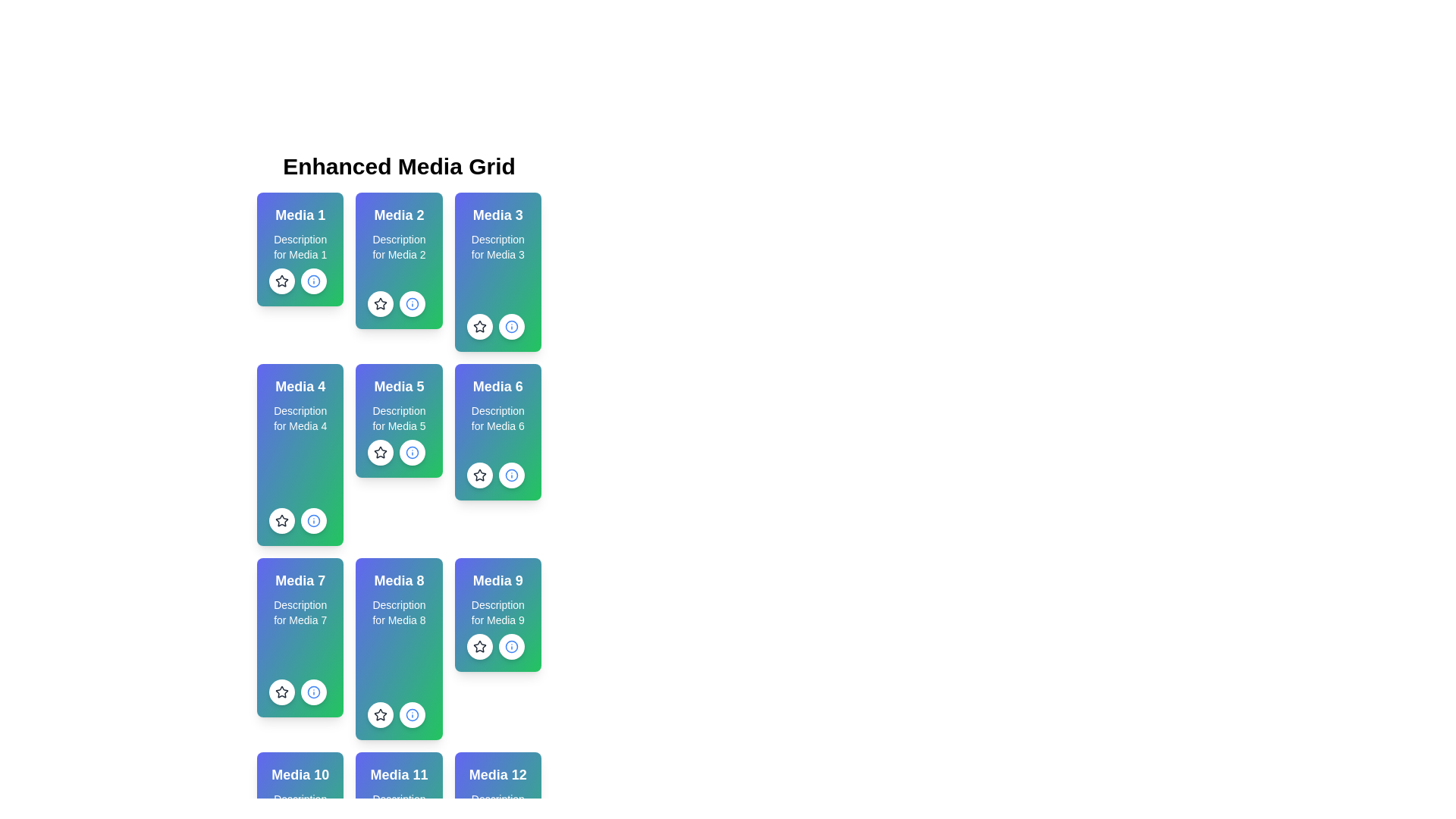 Image resolution: width=1456 pixels, height=819 pixels. What do you see at coordinates (511, 326) in the screenshot?
I see `the circular button with a blue border and information icon located at the bottom right of the Media 3 card in the Enhanced Media Grid layout` at bounding box center [511, 326].